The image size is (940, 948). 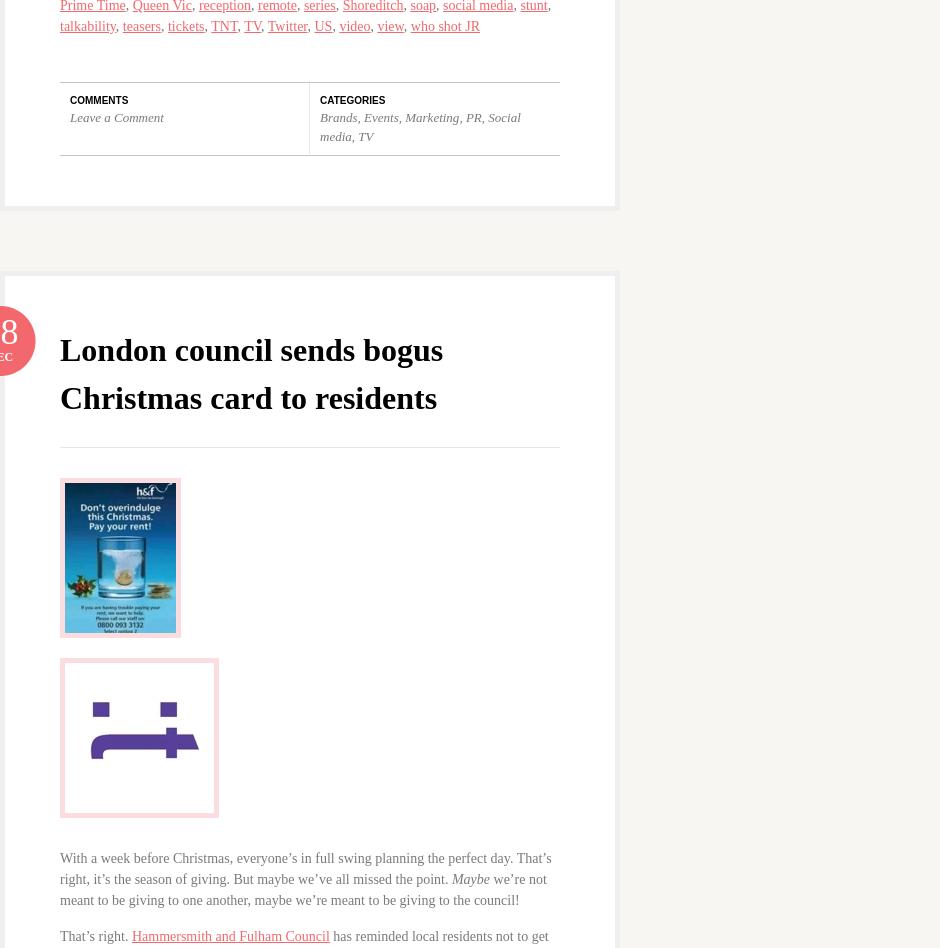 I want to click on 'That’s right.', so click(x=95, y=934).